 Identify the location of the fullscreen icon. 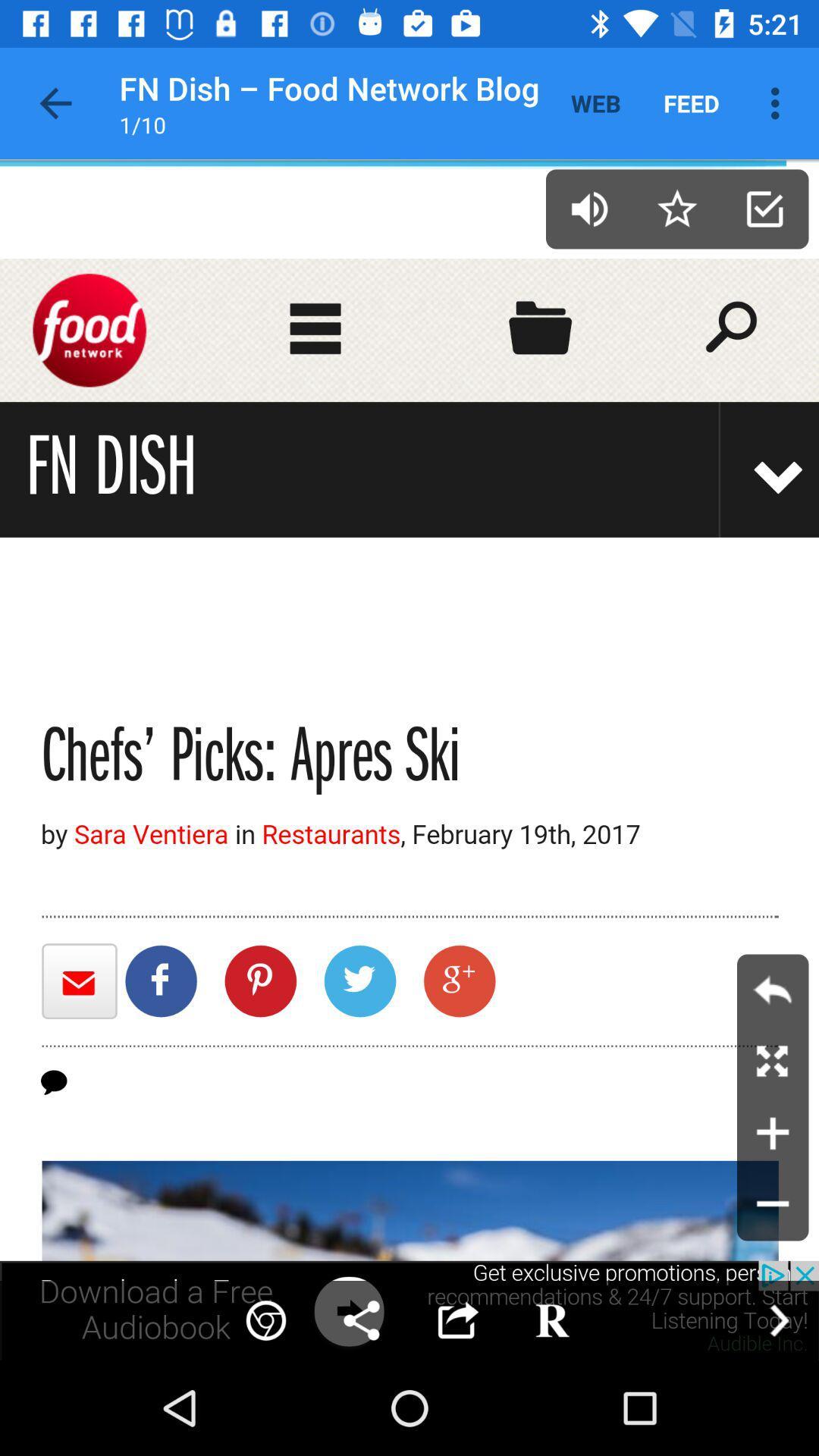
(773, 1061).